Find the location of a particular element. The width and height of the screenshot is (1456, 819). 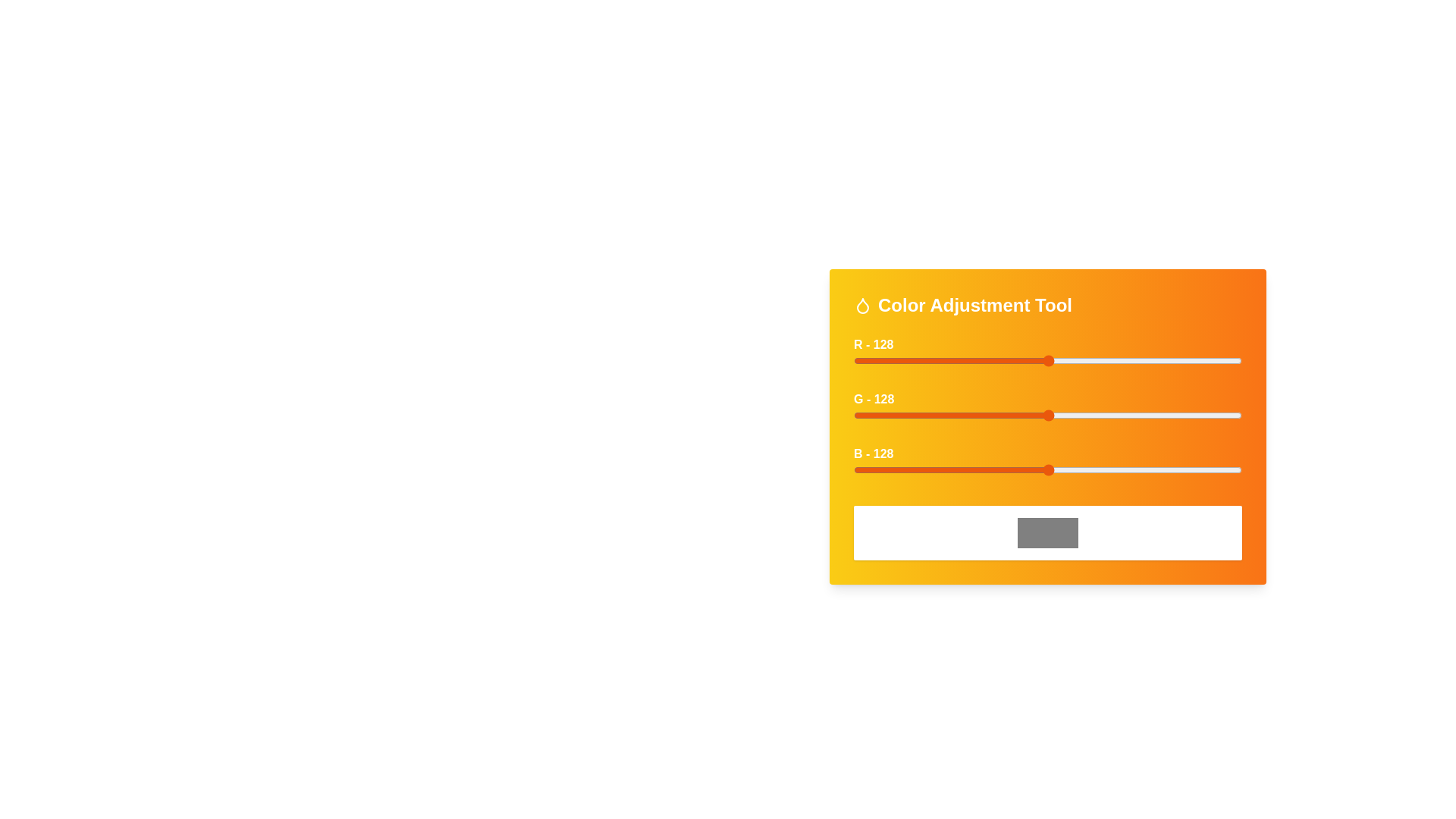

the red slider to 43 is located at coordinates (918, 360).